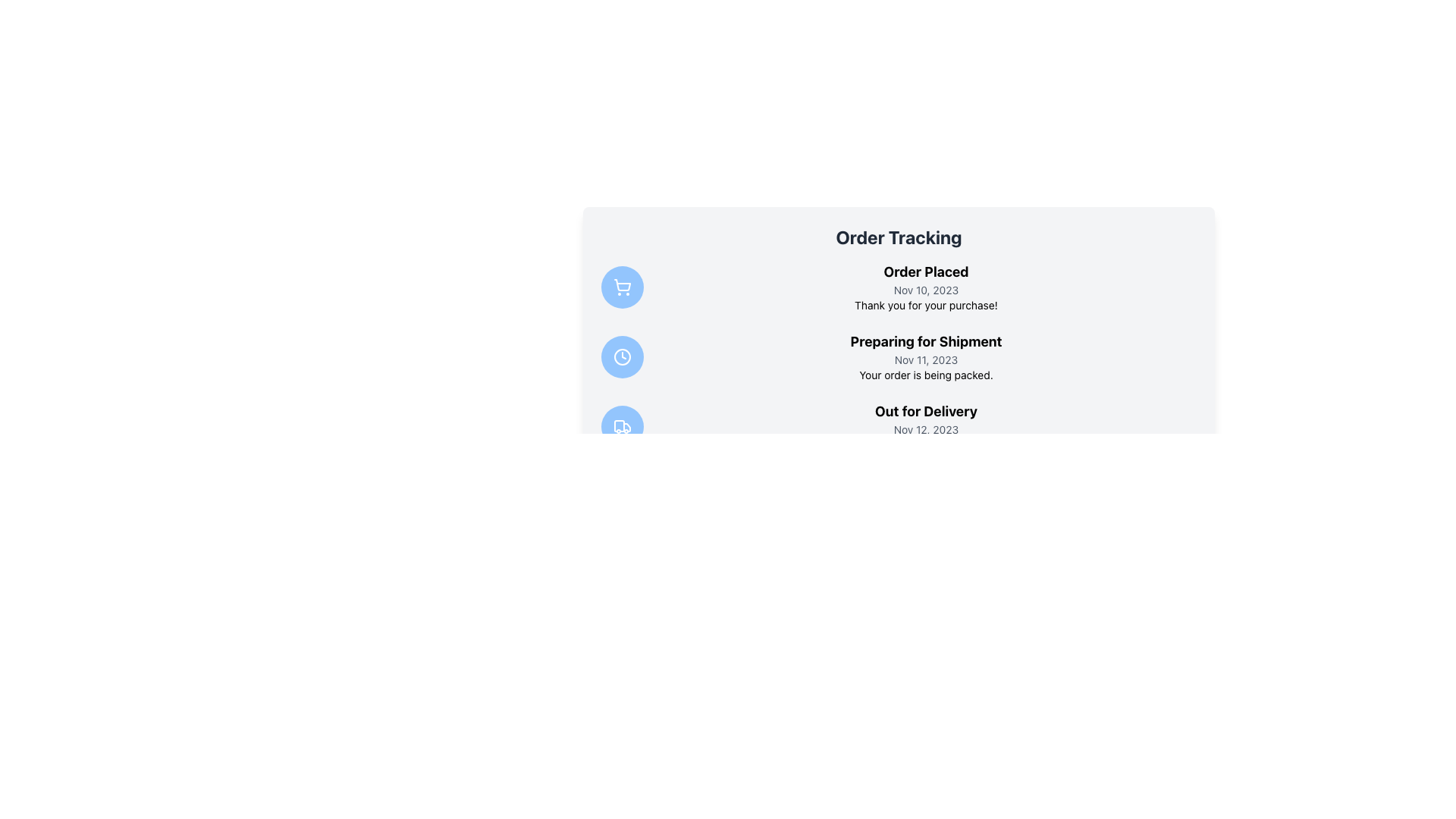 This screenshot has width=1456, height=819. I want to click on the text label displaying the date 'Nov 12, 2023', which is styled in small gray font and positioned beneath 'Out for Delivery' and above 'The courier has picked up your order.', so click(925, 430).